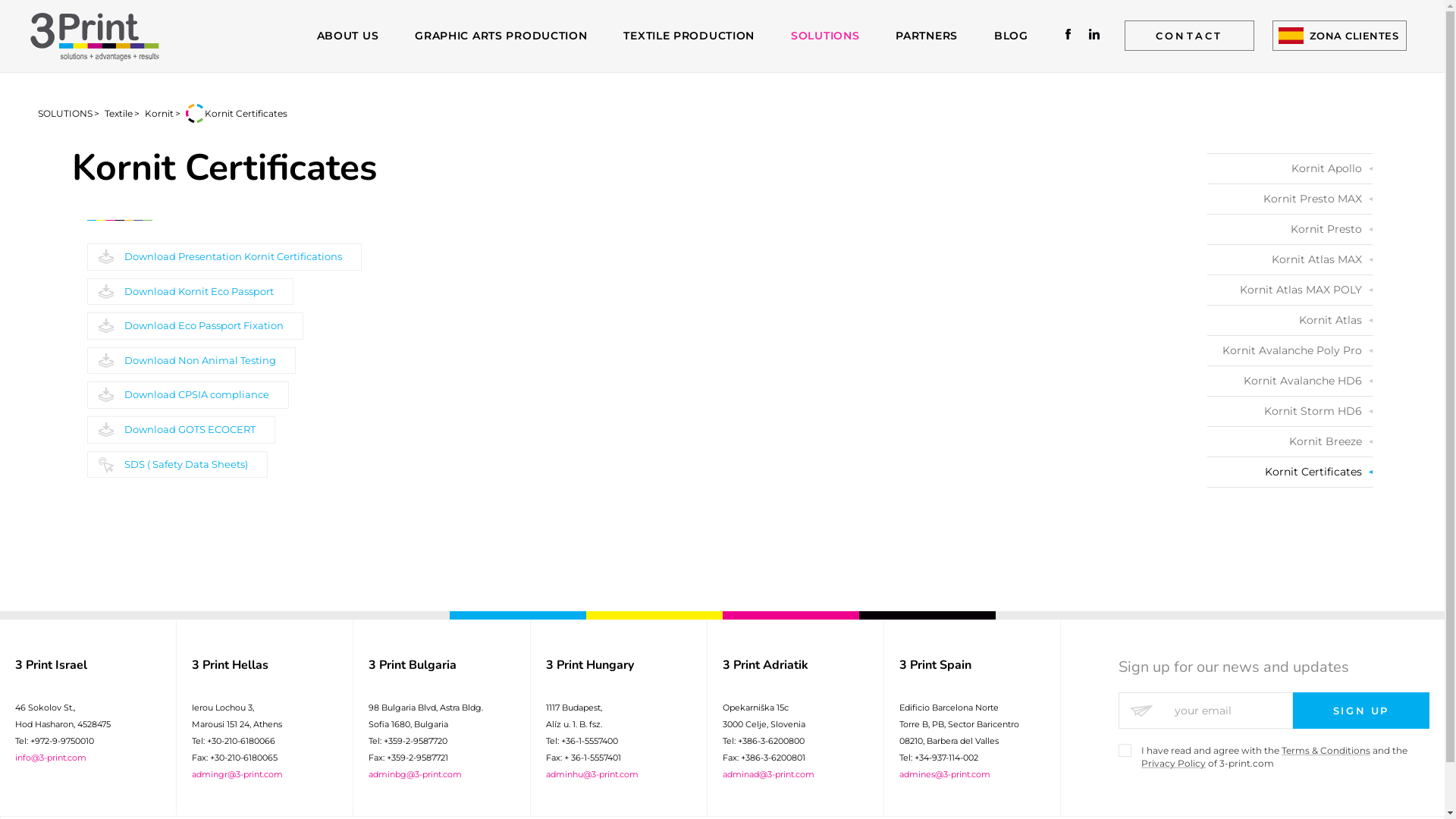 The image size is (1456, 819). I want to click on 'SIGN UP', so click(1361, 711).